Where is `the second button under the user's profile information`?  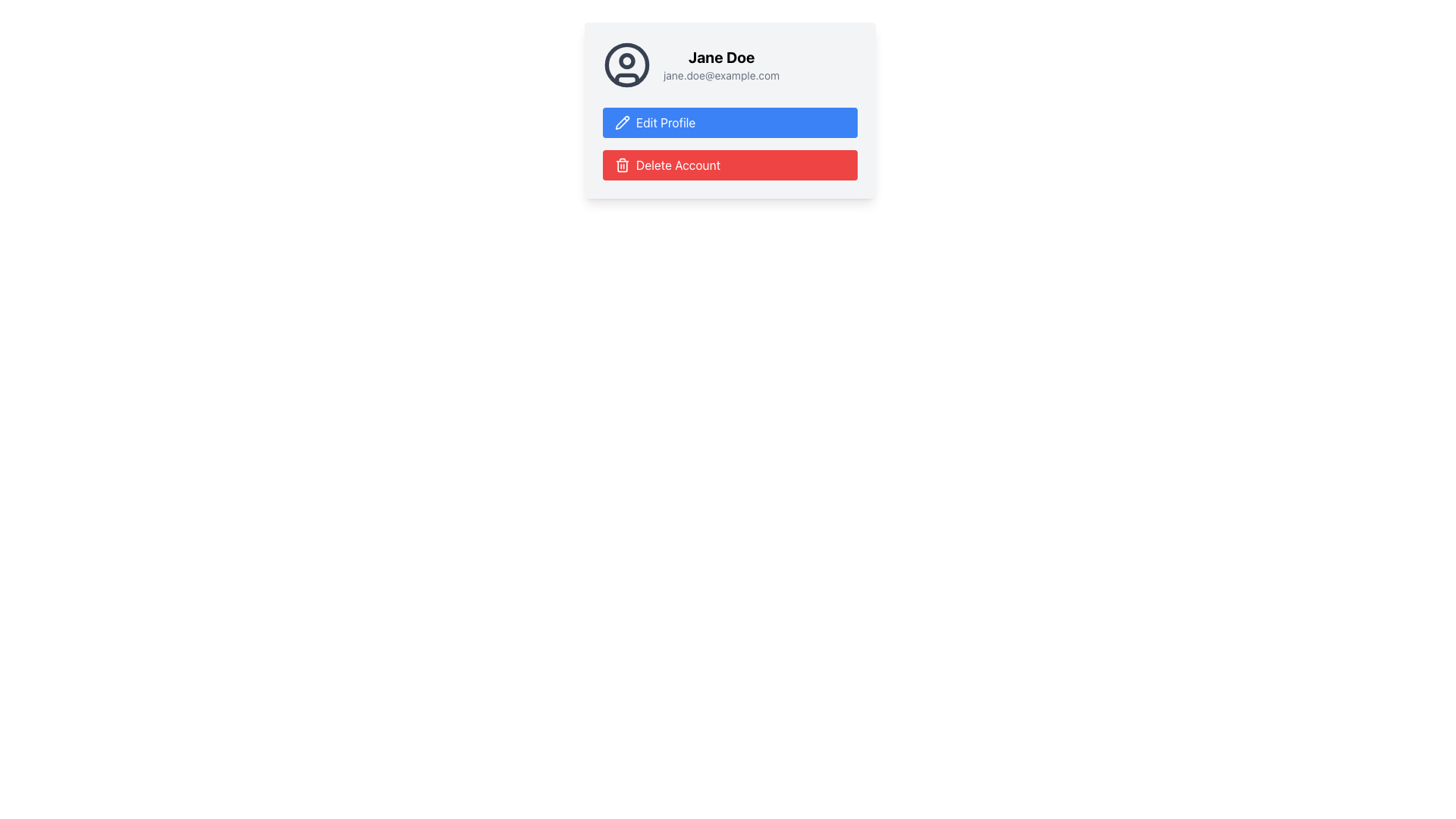
the second button under the user's profile information is located at coordinates (730, 165).